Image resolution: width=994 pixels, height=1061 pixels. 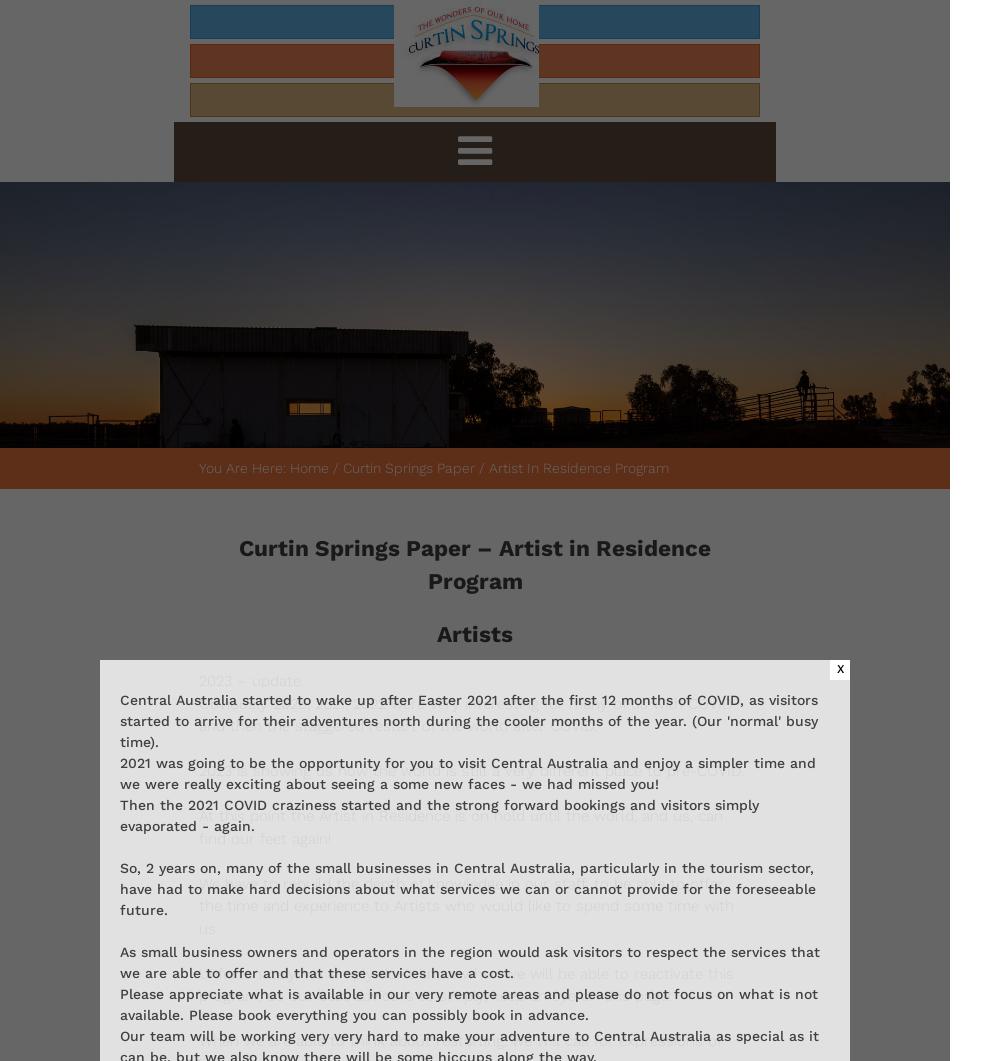 I want to click on '/', so click(x=334, y=468).